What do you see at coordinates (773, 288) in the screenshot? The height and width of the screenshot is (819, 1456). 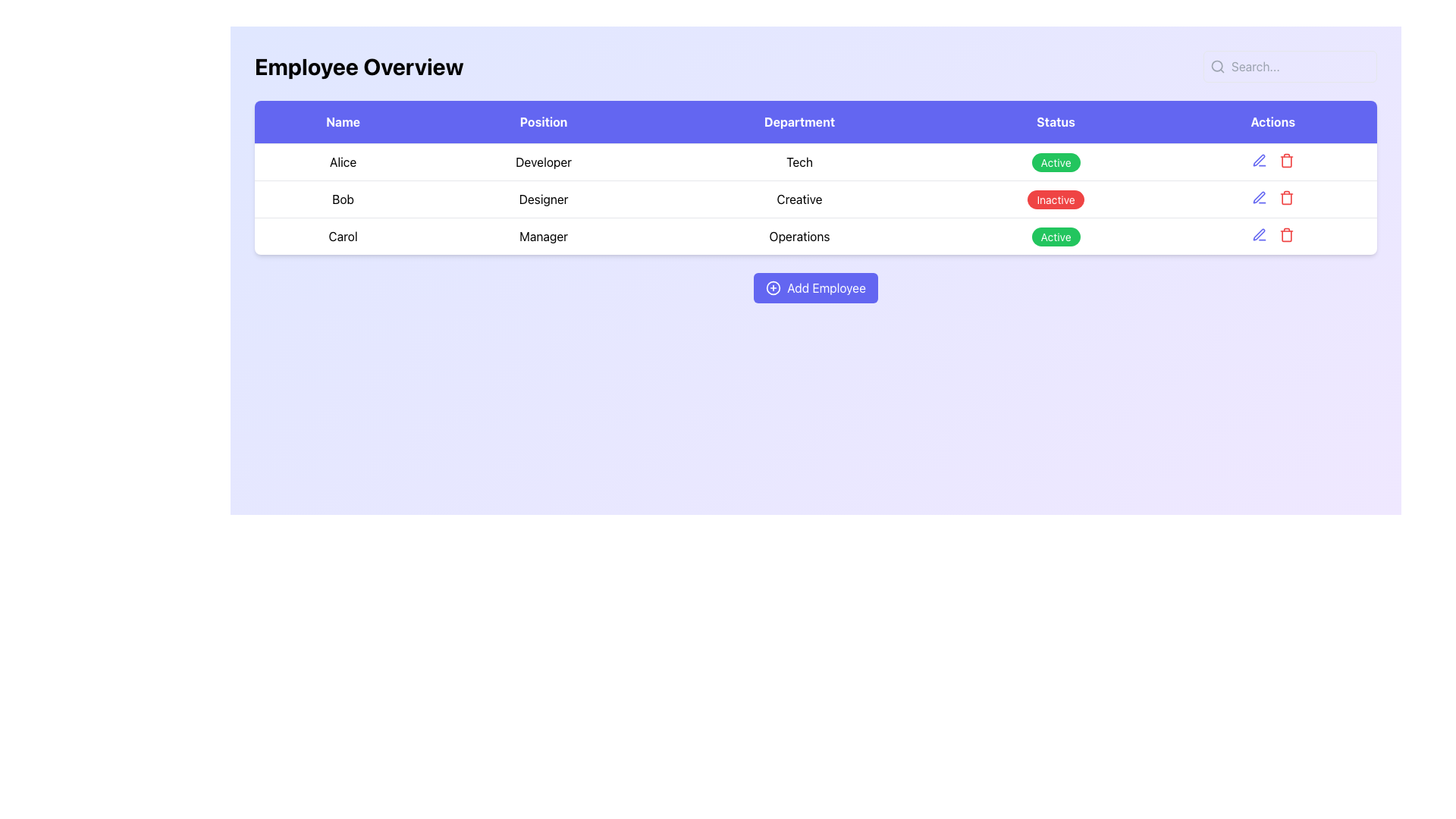 I see `Decorative icon representing the addition functionality located to the left of the 'Add Employee' button for accessibility tags` at bounding box center [773, 288].